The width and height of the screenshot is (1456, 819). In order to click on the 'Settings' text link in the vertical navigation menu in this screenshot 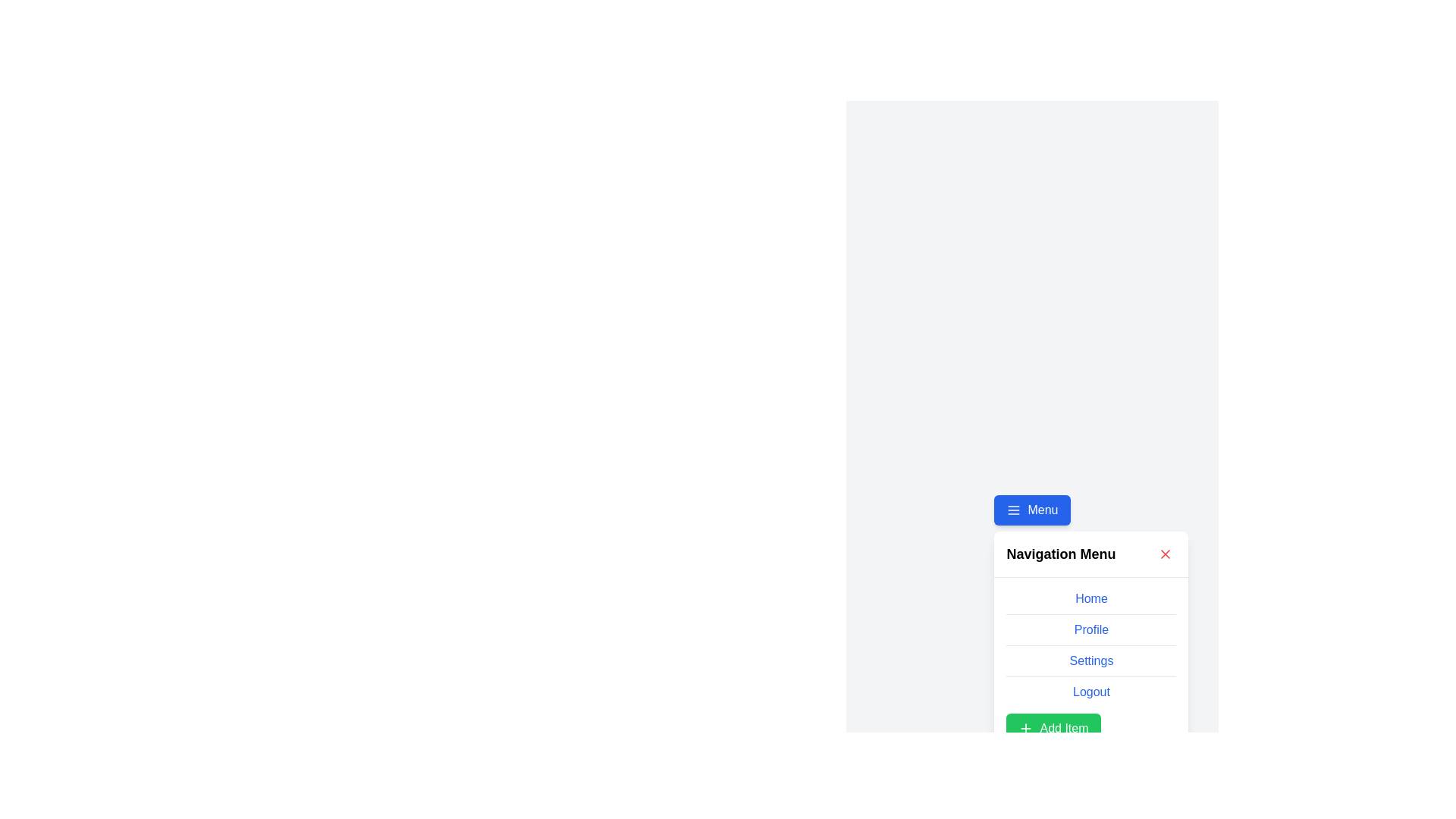, I will do `click(1090, 664)`.